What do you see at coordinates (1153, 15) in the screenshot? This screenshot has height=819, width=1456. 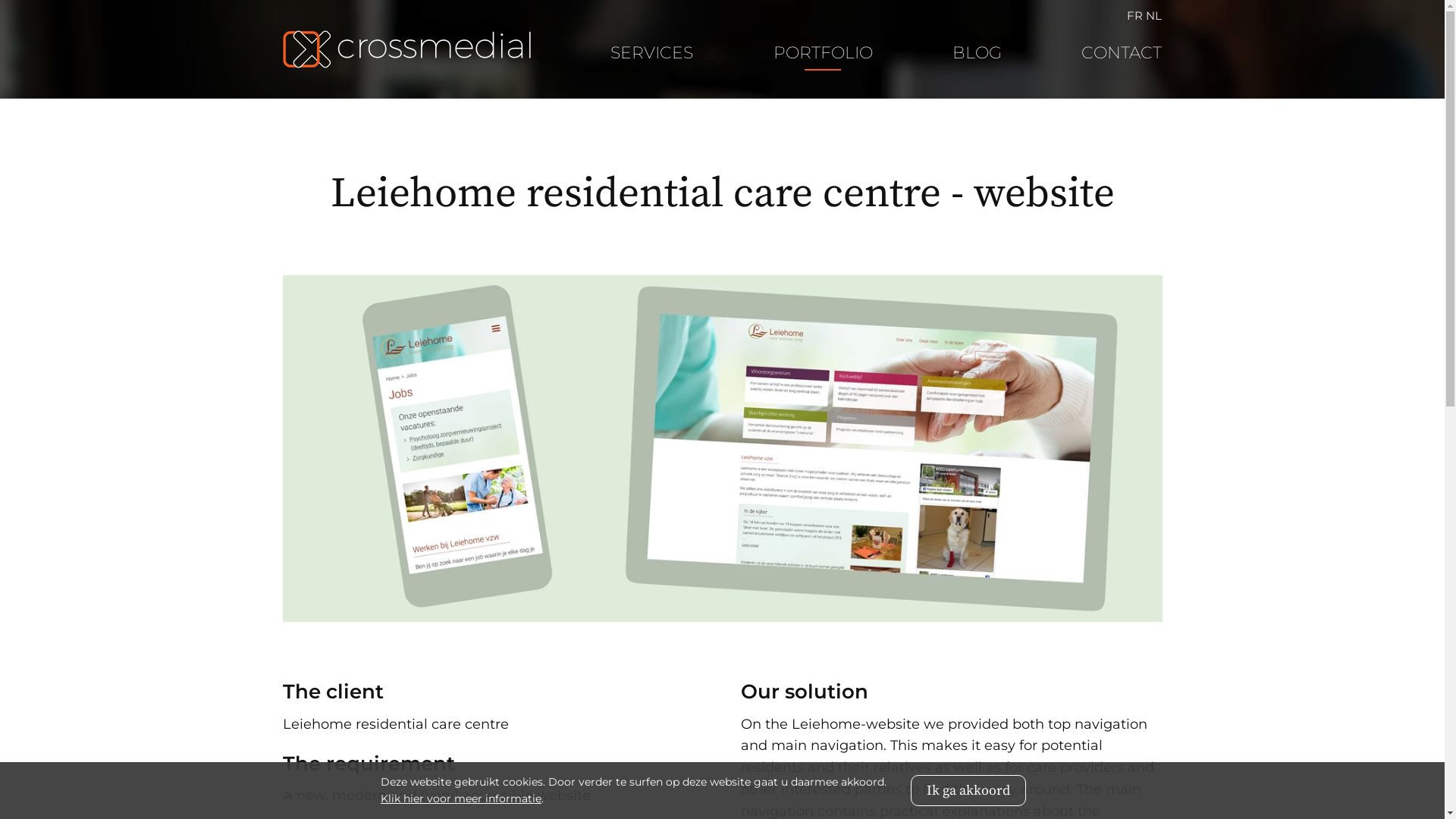 I see `'NL'` at bounding box center [1153, 15].